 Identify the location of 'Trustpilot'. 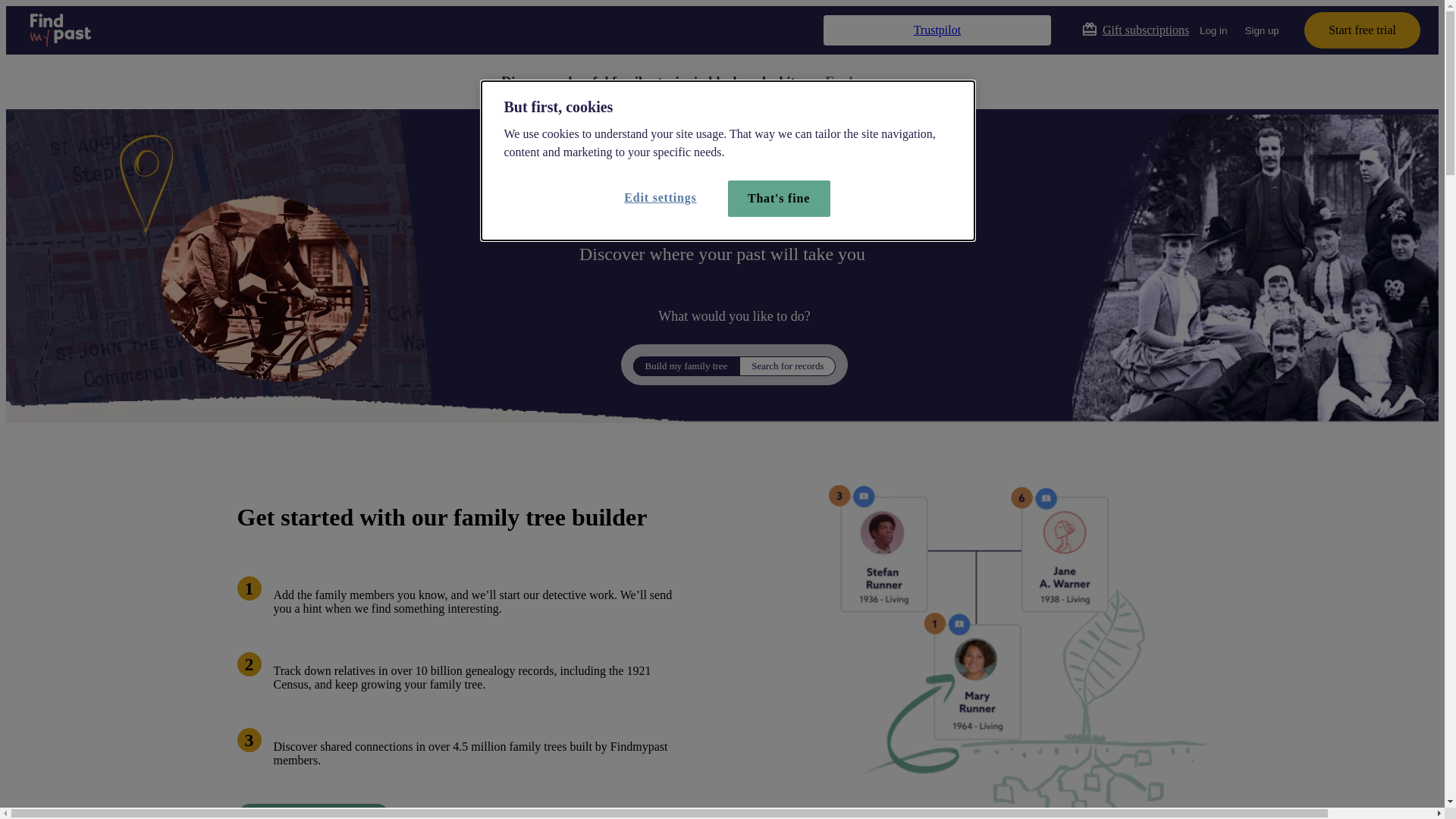
(937, 30).